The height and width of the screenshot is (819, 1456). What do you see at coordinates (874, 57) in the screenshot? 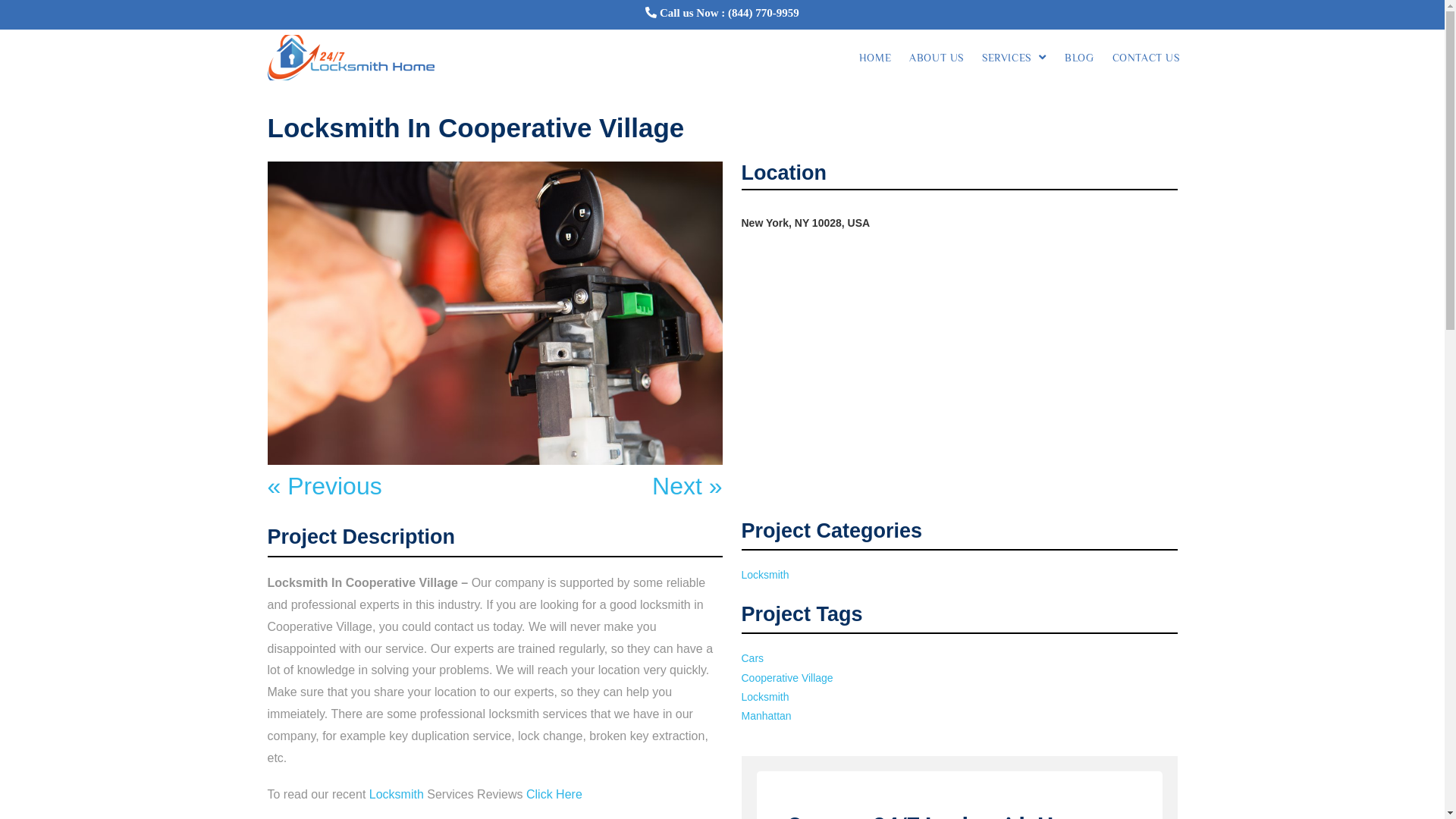
I see `'HOME'` at bounding box center [874, 57].